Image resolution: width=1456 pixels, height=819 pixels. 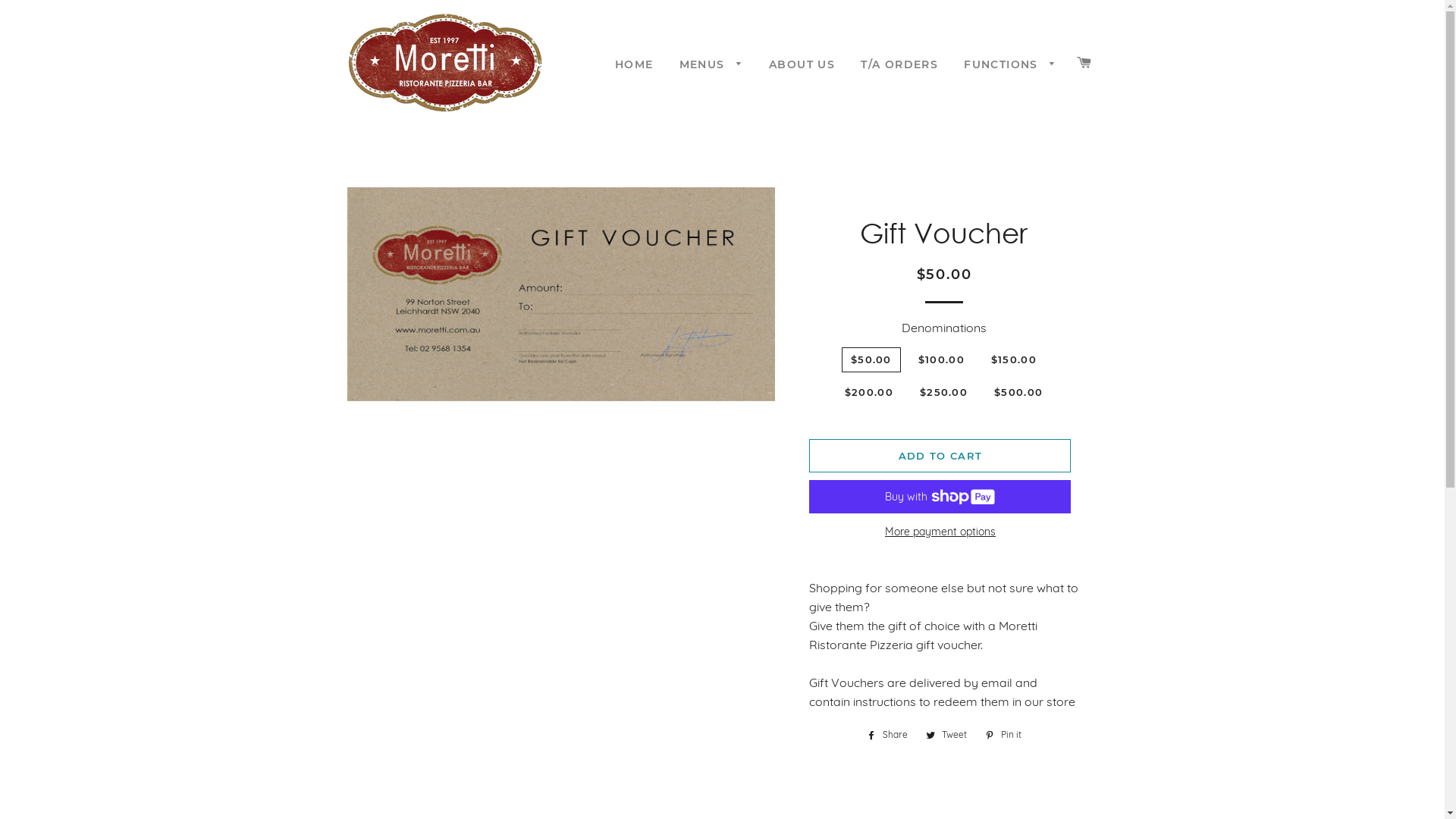 I want to click on 'Share, so click(x=858, y=733).